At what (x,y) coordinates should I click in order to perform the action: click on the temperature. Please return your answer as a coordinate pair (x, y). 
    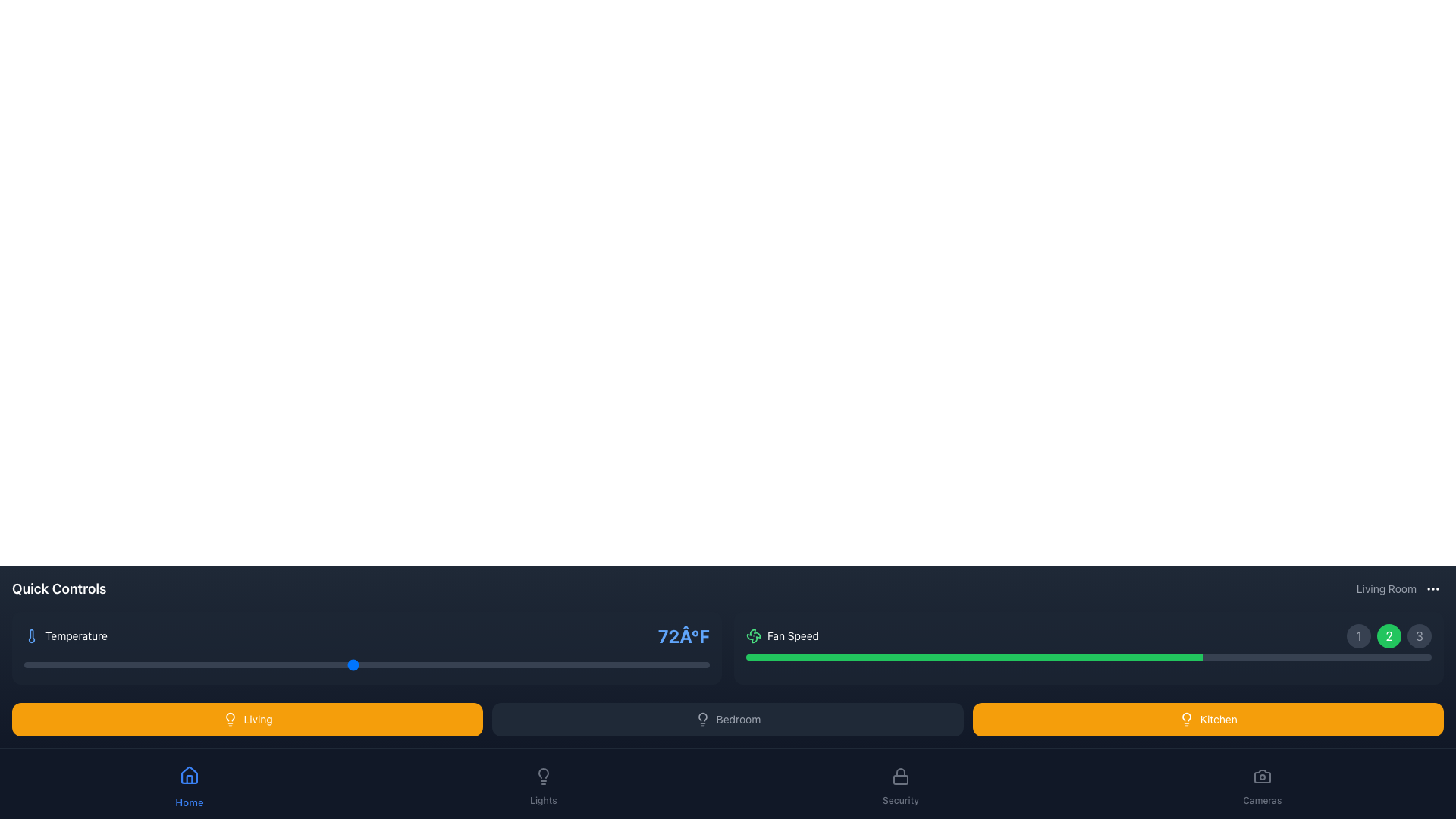
    Looking at the image, I should click on (545, 664).